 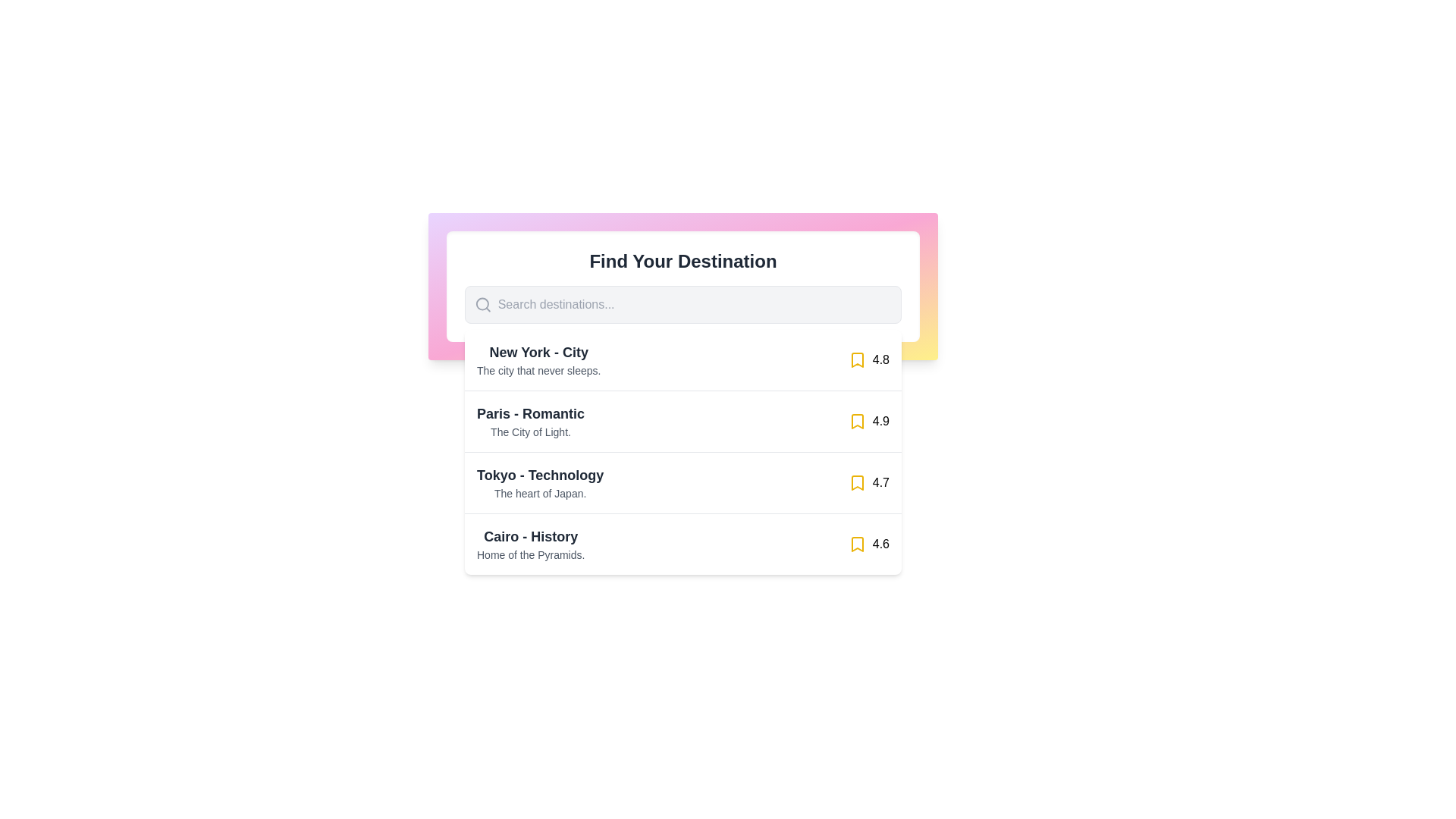 I want to click on informative text label providing additional context about the destination 'Cairo', which is positioned directly below the title 'Cairo - History', so click(x=531, y=555).